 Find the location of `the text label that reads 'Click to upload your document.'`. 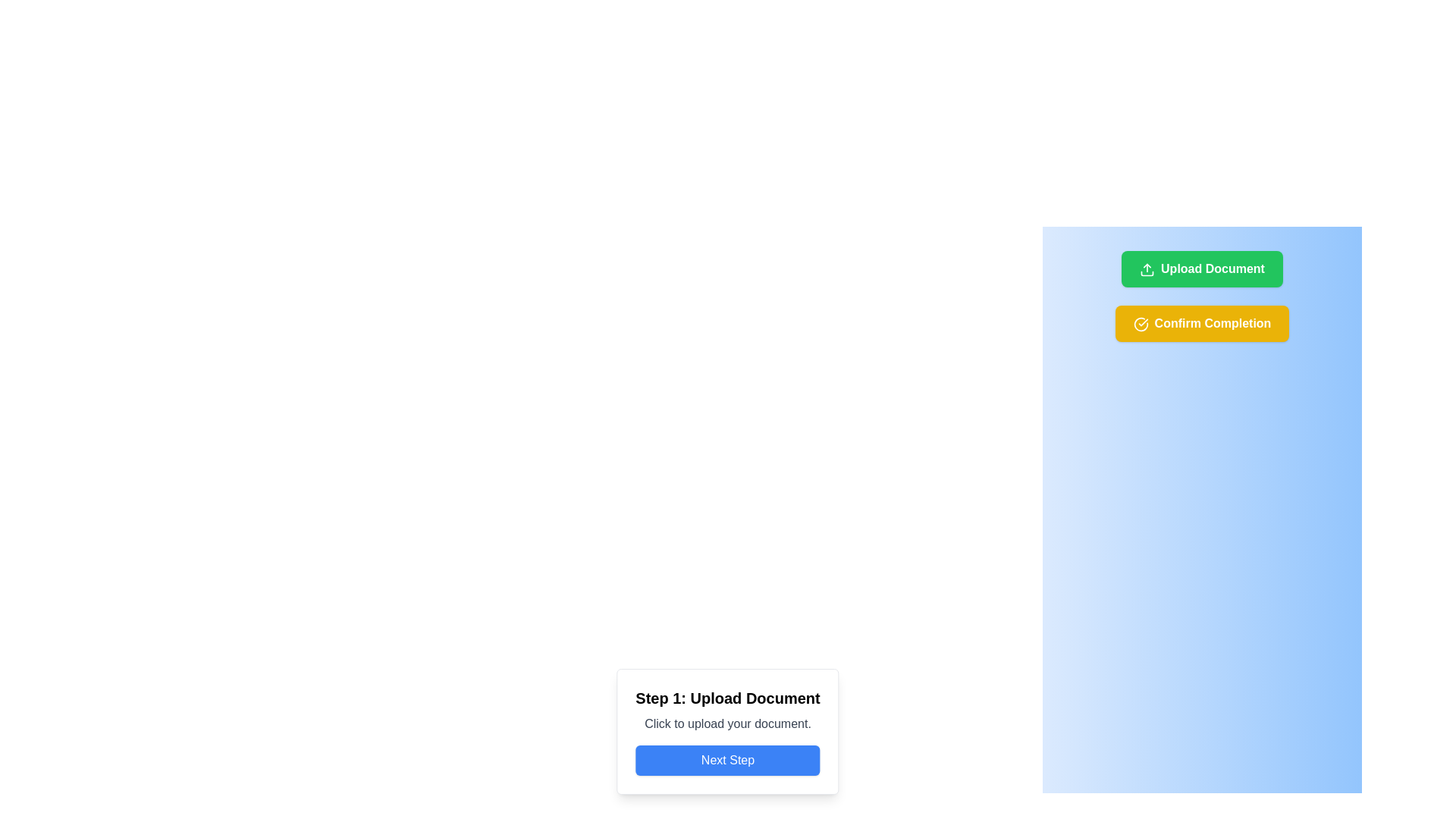

the text label that reads 'Click to upload your document.' is located at coordinates (728, 723).